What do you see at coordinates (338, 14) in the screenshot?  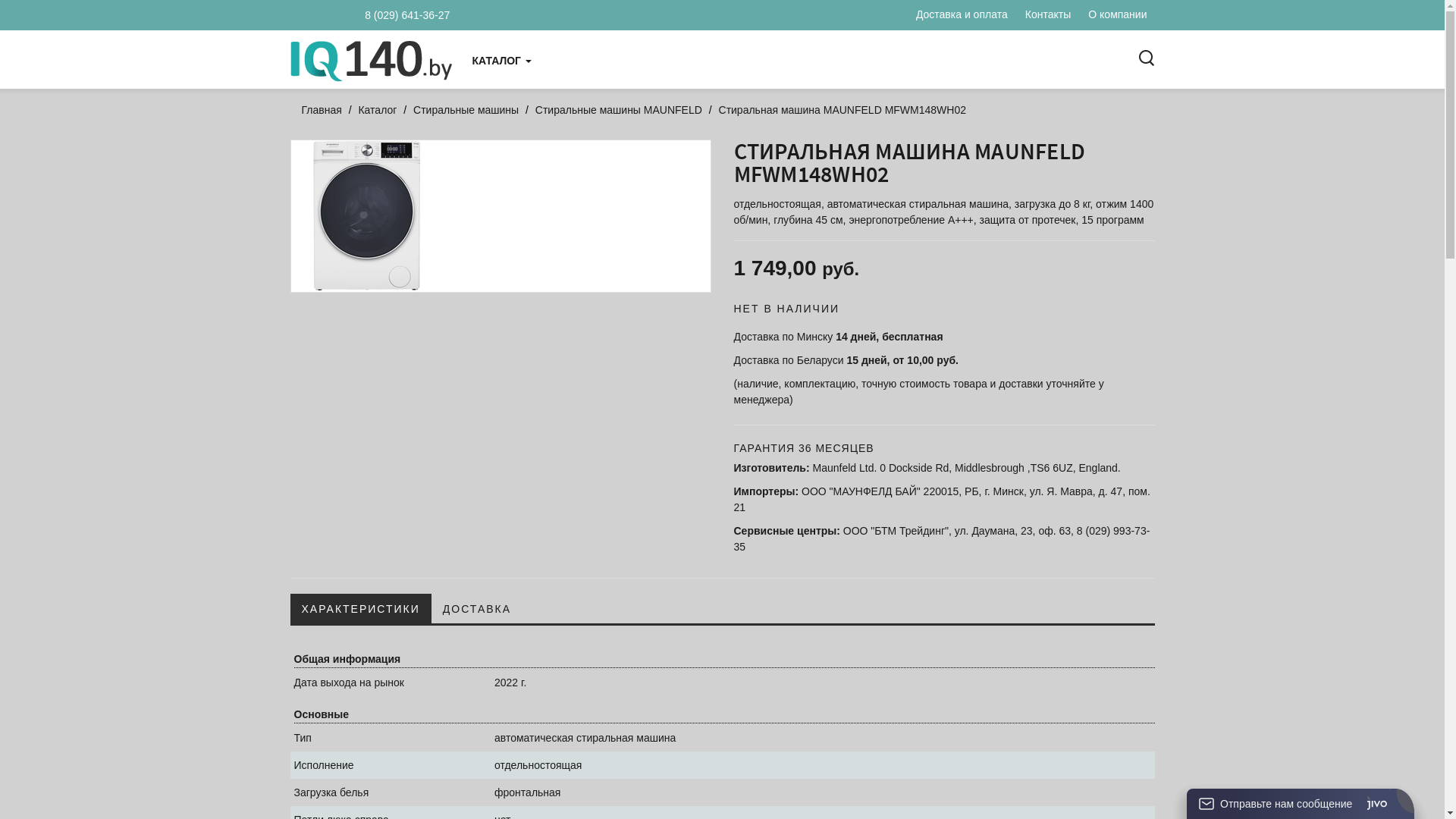 I see `'8 (029) 641-36-27'` at bounding box center [338, 14].